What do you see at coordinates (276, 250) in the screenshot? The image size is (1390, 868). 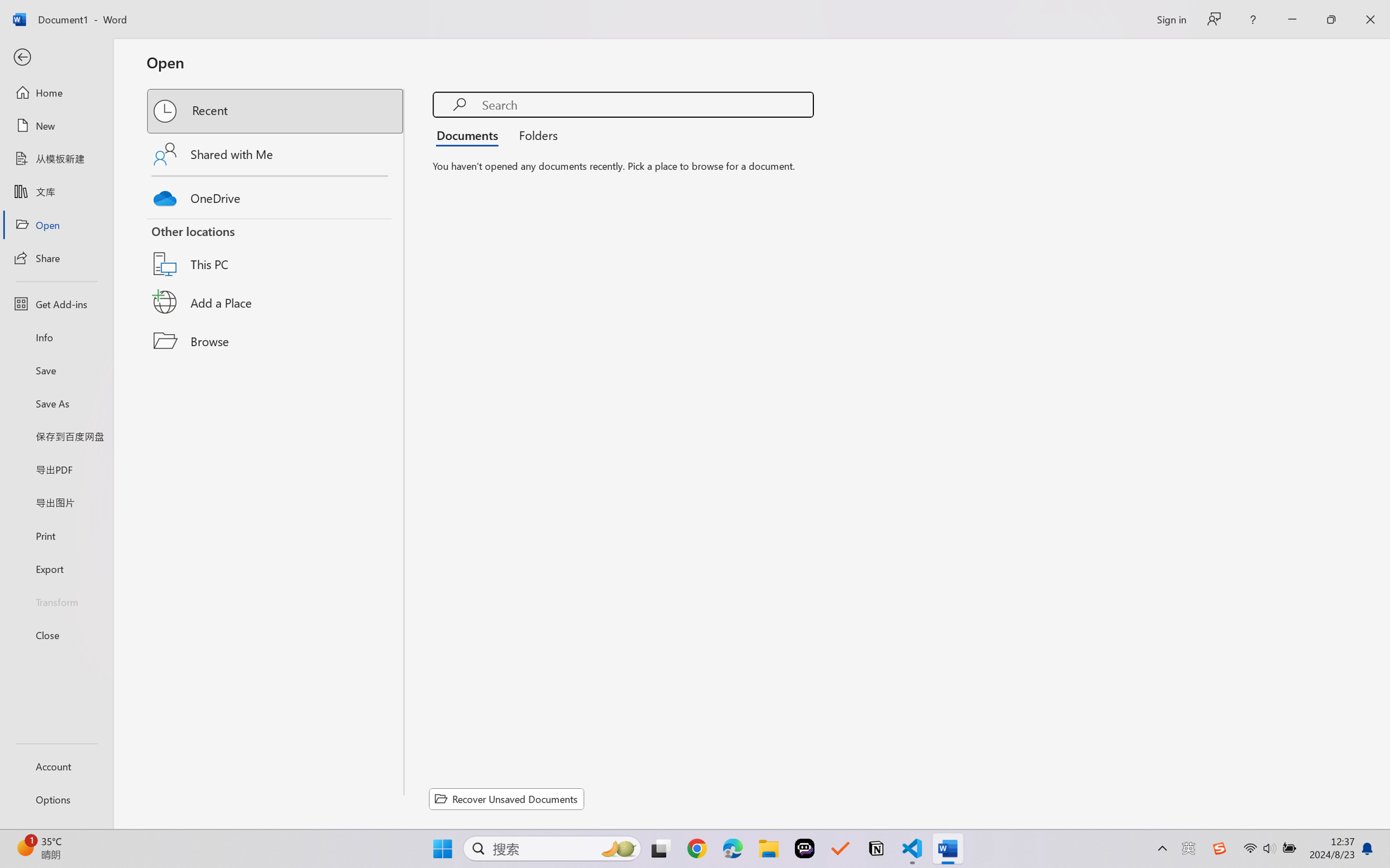 I see `'This PC'` at bounding box center [276, 250].